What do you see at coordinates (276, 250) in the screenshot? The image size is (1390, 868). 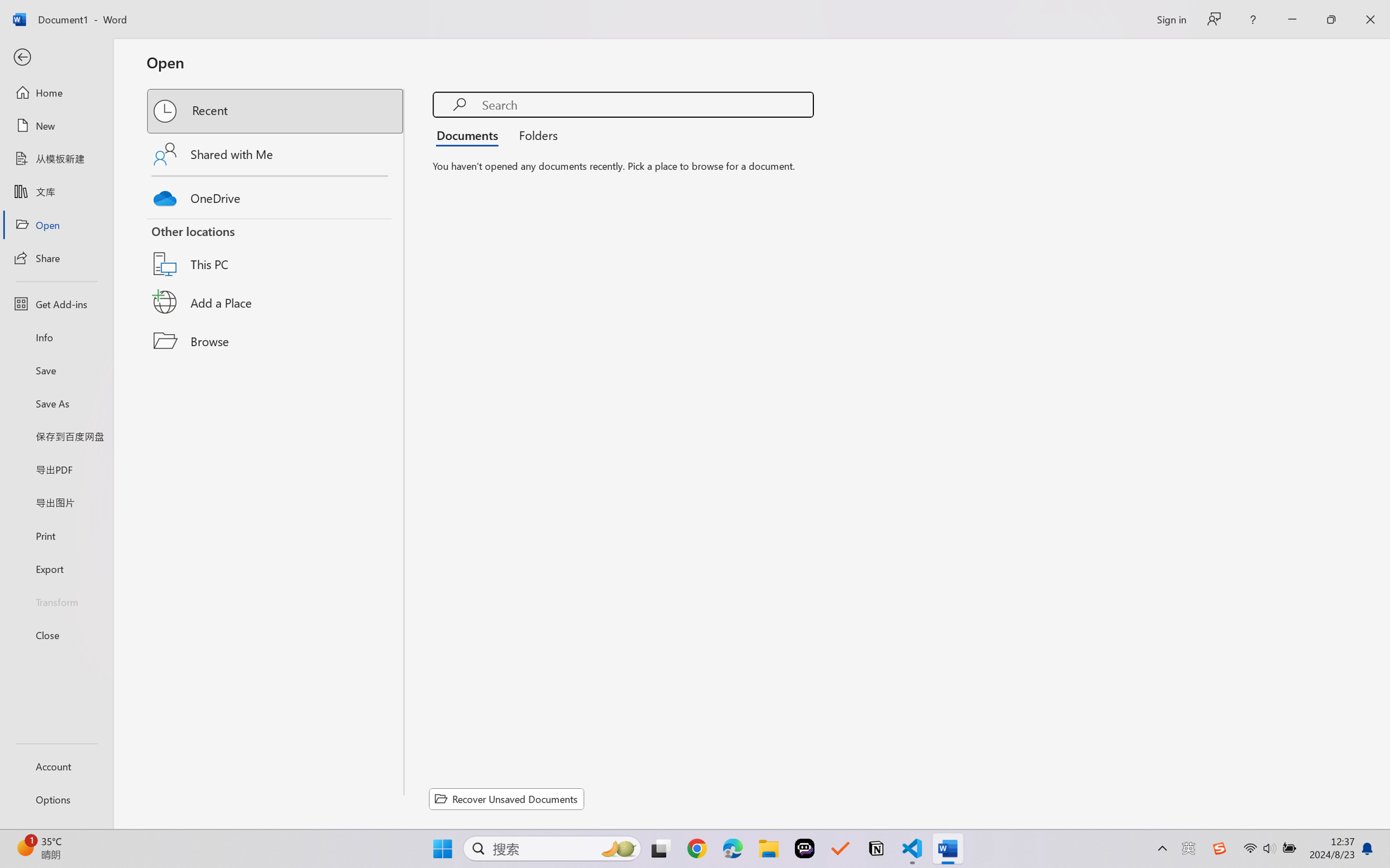 I see `'This PC'` at bounding box center [276, 250].